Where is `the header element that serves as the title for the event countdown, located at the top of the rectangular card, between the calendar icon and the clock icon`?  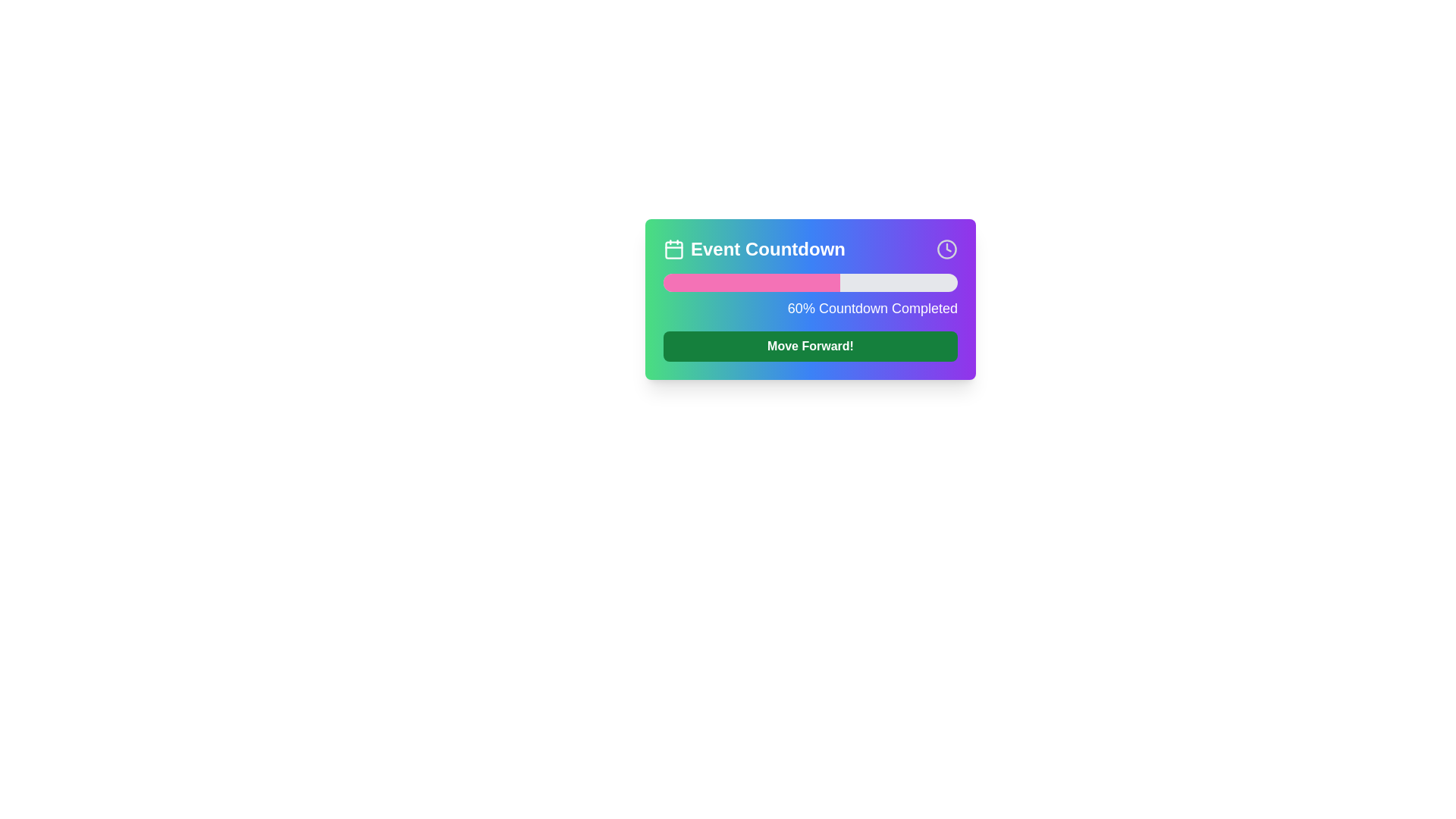 the header element that serves as the title for the event countdown, located at the top of the rectangular card, between the calendar icon and the clock icon is located at coordinates (754, 248).